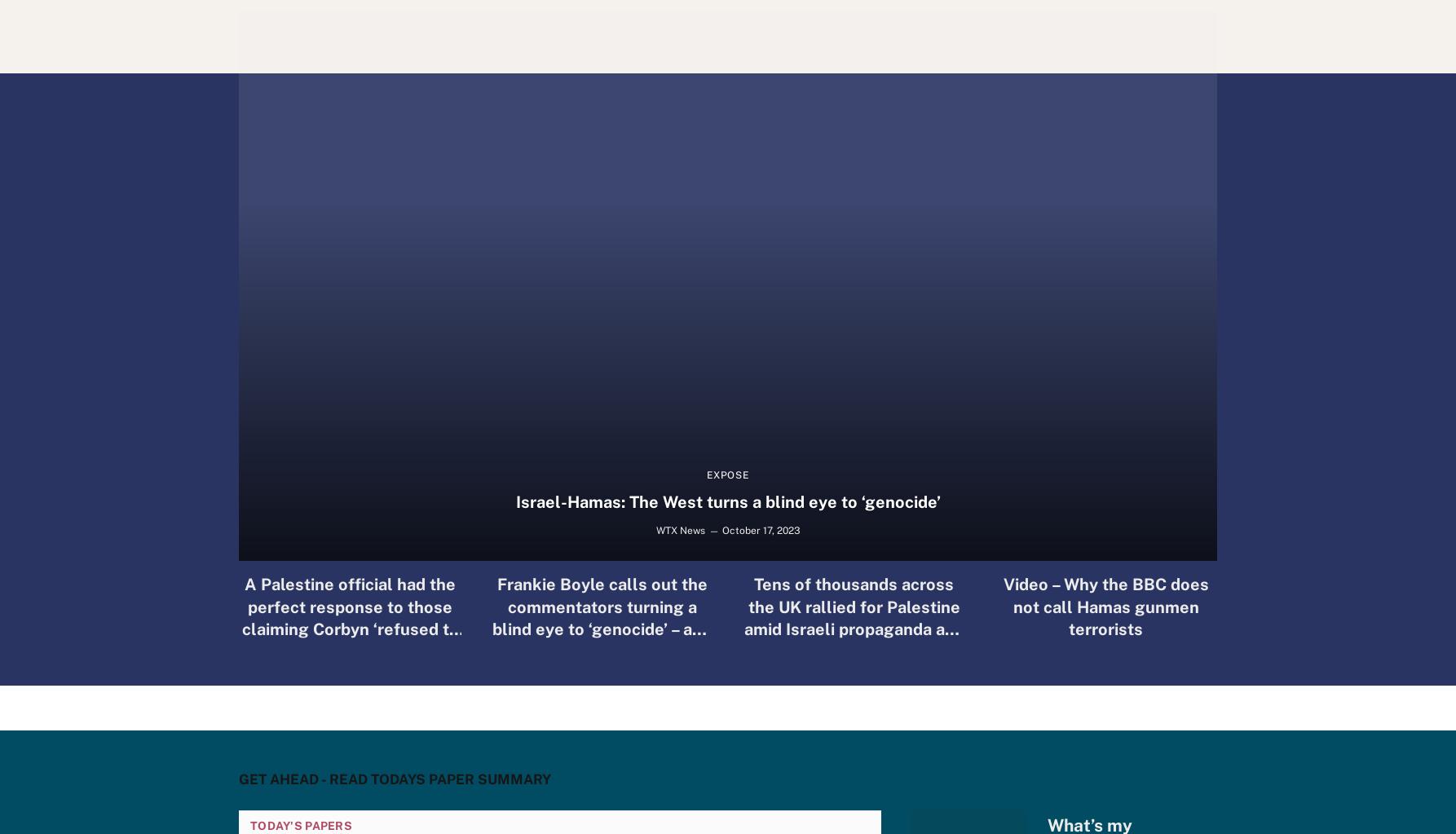 This screenshot has width=1456, height=834. What do you see at coordinates (726, 501) in the screenshot?
I see `'Israel-Hamas: The West turns a blind eye to ‘genocide’'` at bounding box center [726, 501].